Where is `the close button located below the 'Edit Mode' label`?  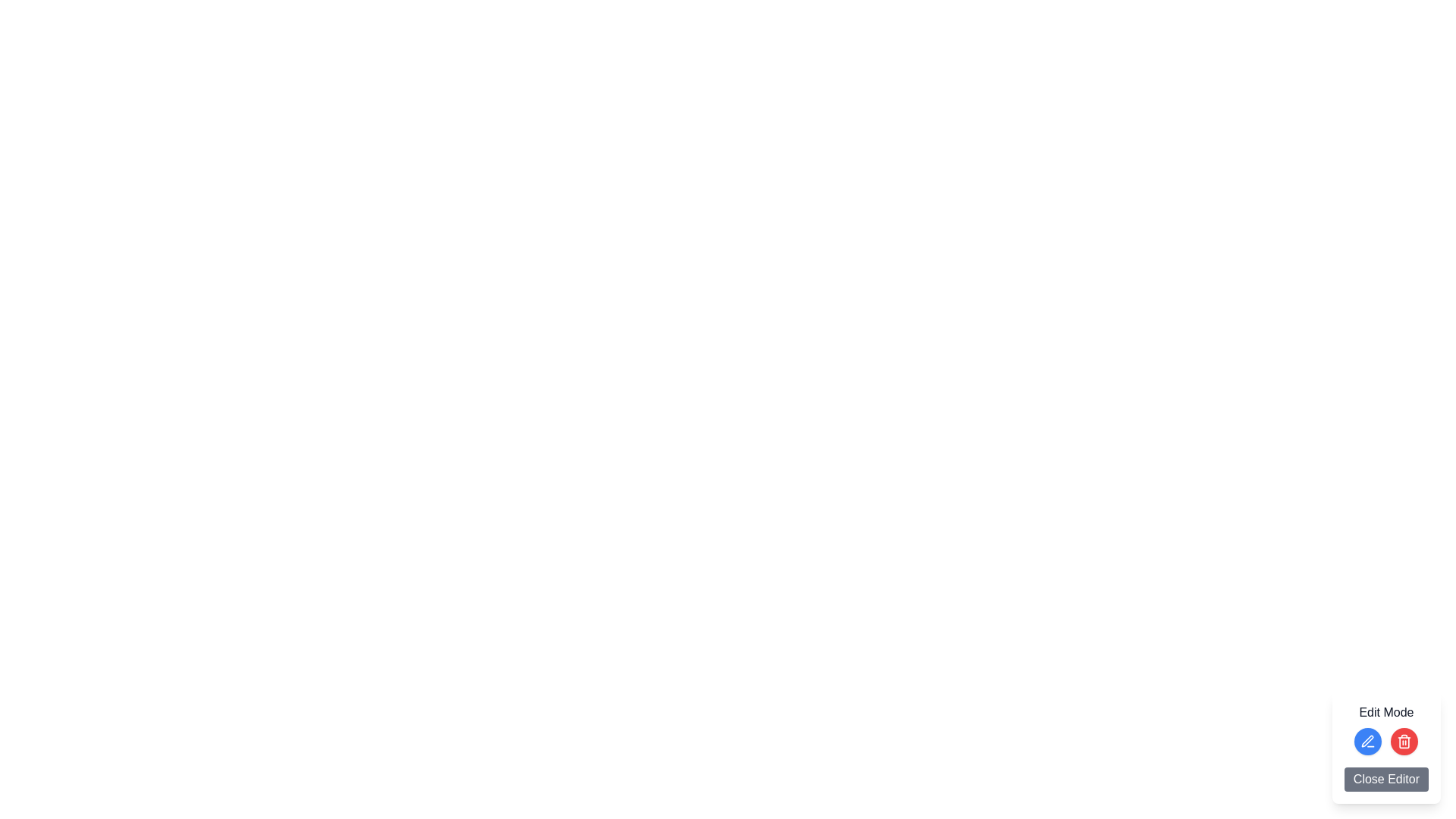 the close button located below the 'Edit Mode' label is located at coordinates (1386, 780).